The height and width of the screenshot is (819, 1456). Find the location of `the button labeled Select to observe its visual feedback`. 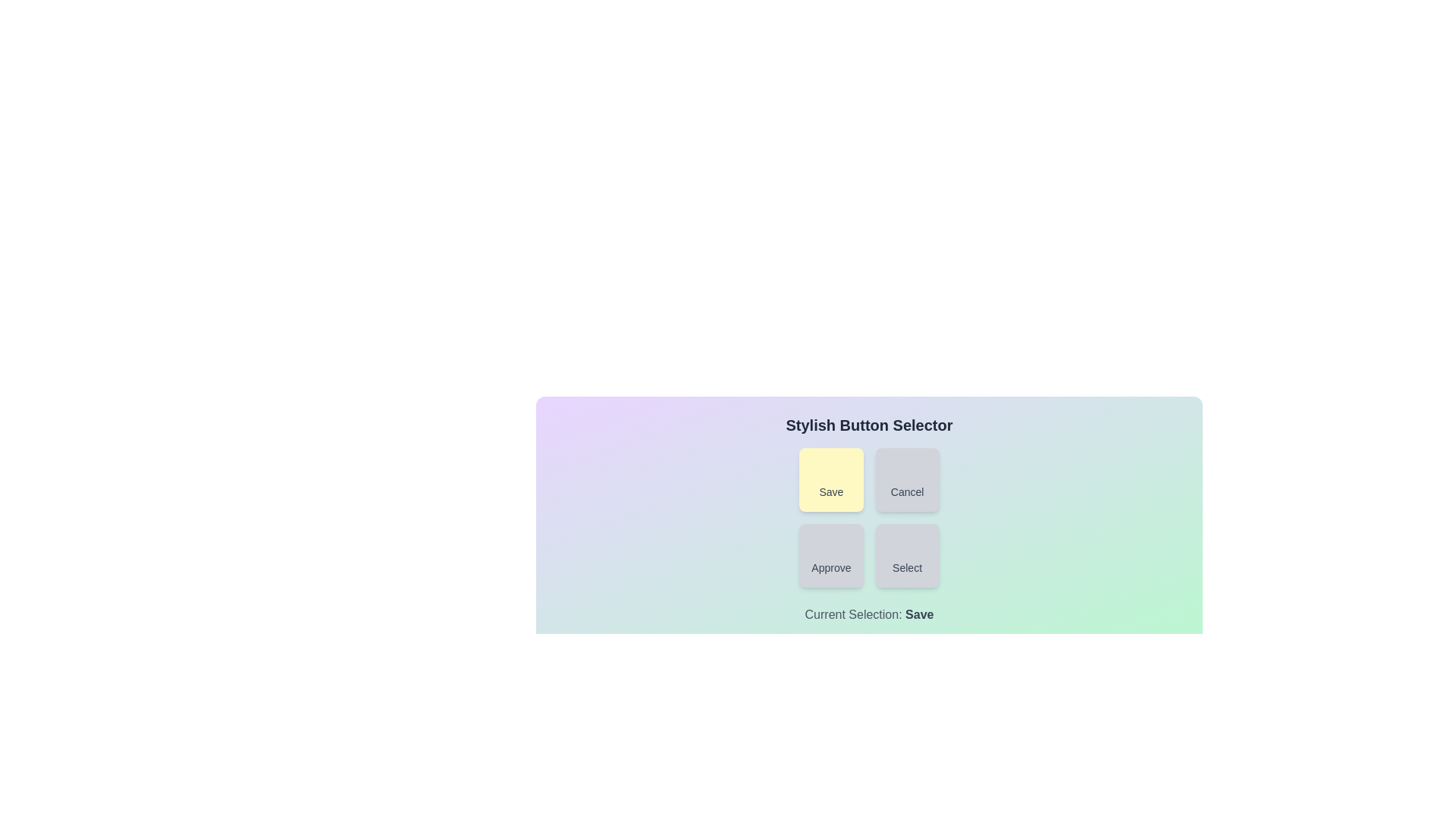

the button labeled Select to observe its visual feedback is located at coordinates (906, 555).